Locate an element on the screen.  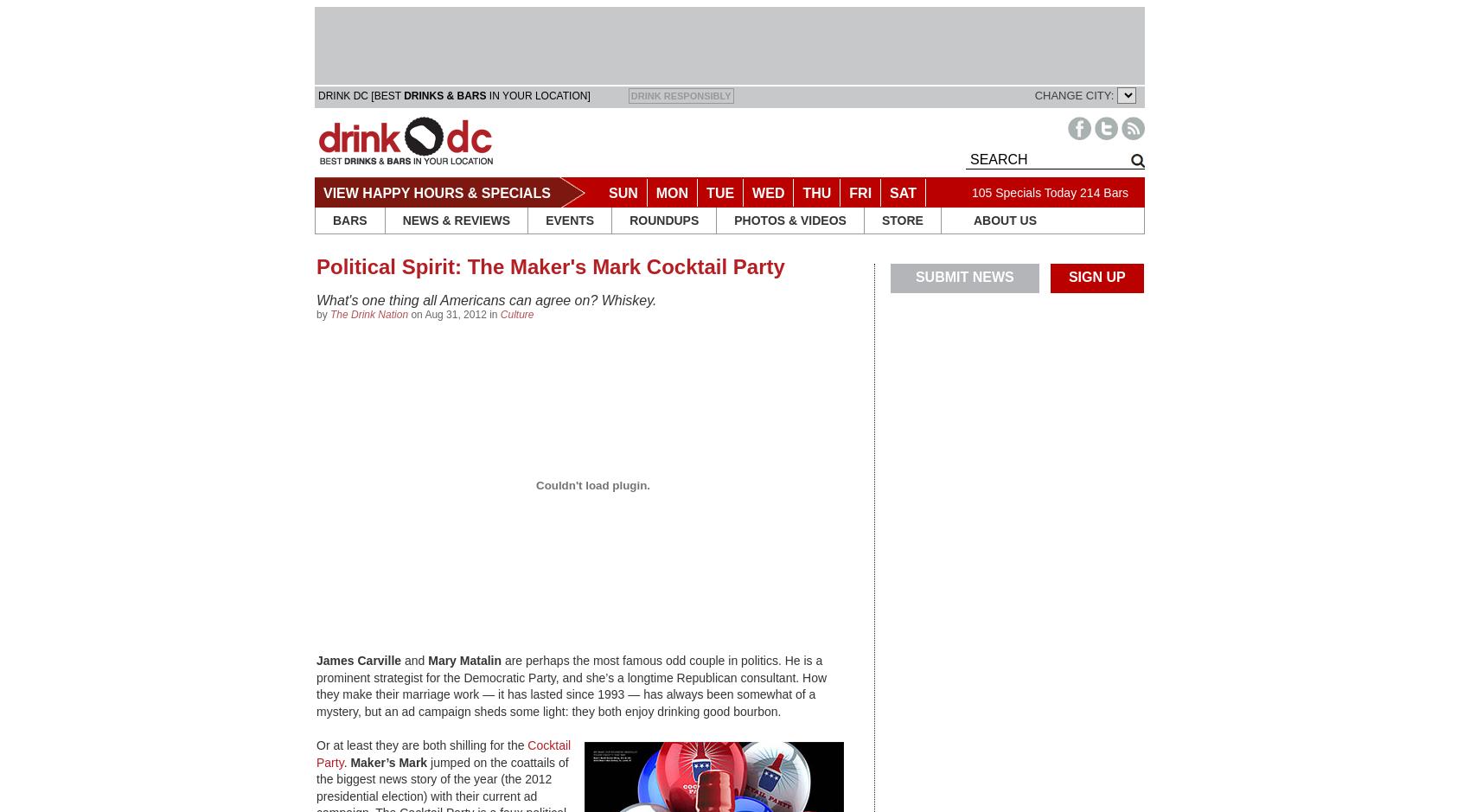
'IN YOUR LOCATION]' is located at coordinates (485, 94).